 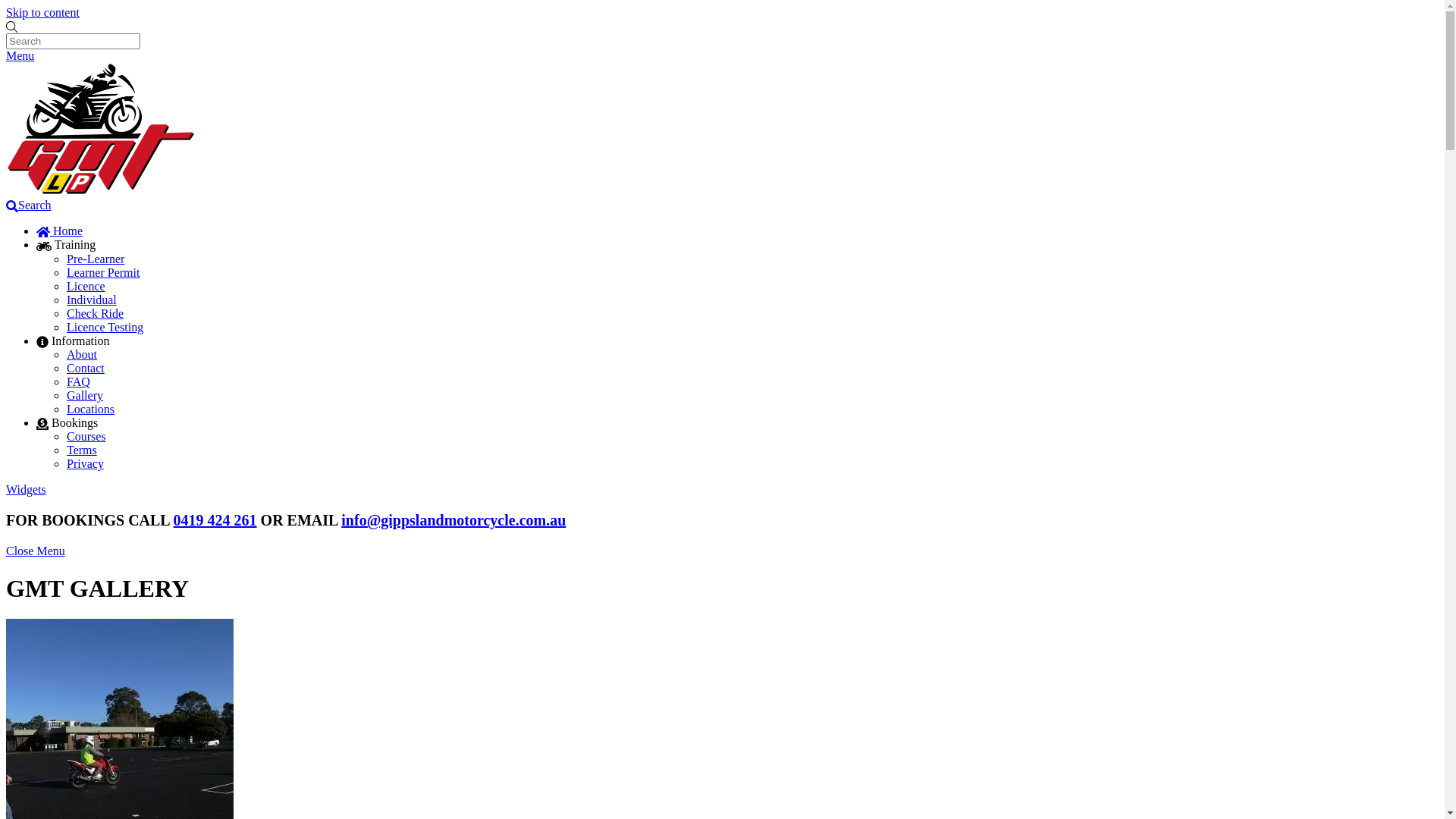 What do you see at coordinates (77, 381) in the screenshot?
I see `'FAQ'` at bounding box center [77, 381].